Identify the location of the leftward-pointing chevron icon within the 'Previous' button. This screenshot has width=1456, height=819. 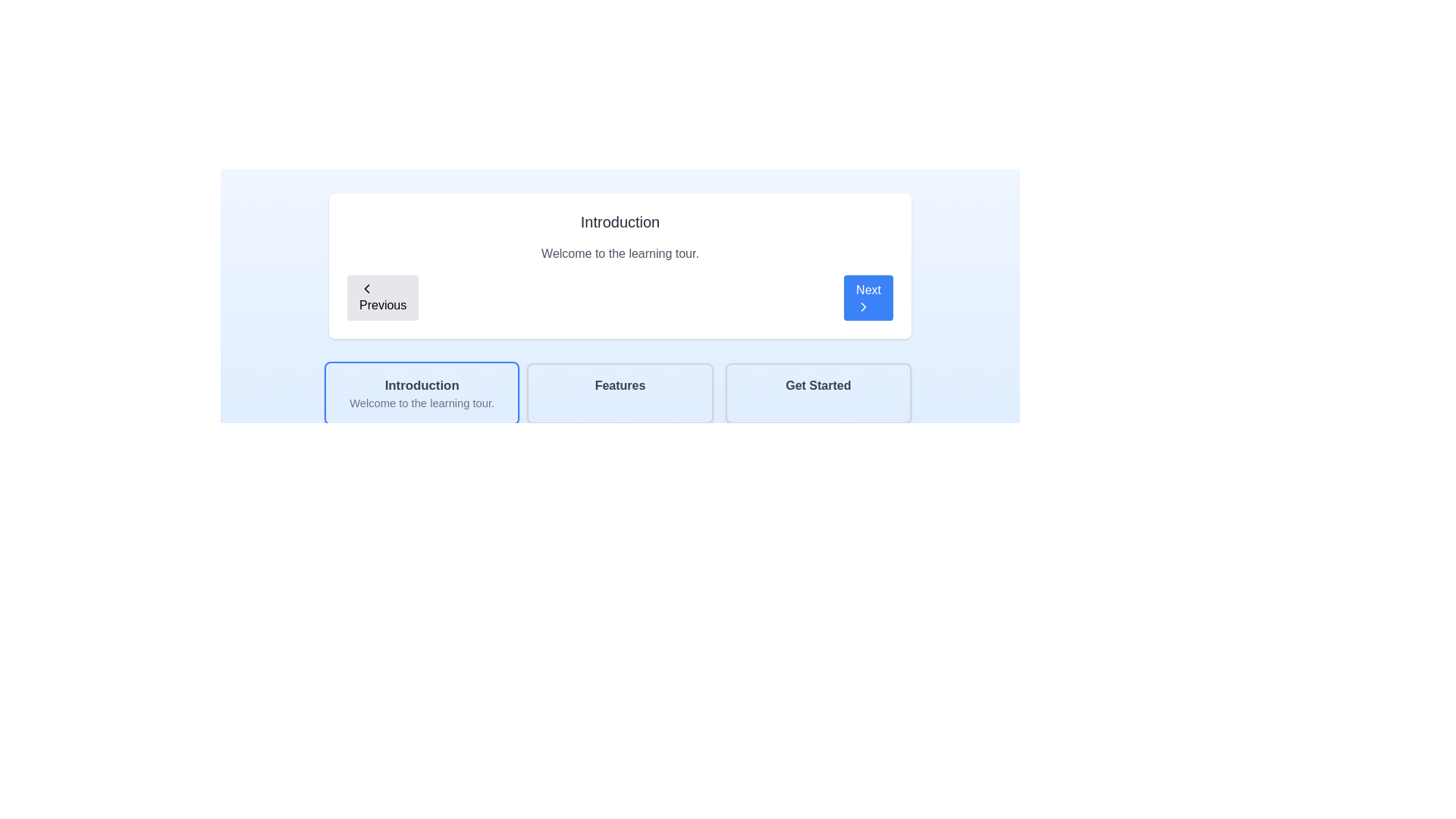
(367, 289).